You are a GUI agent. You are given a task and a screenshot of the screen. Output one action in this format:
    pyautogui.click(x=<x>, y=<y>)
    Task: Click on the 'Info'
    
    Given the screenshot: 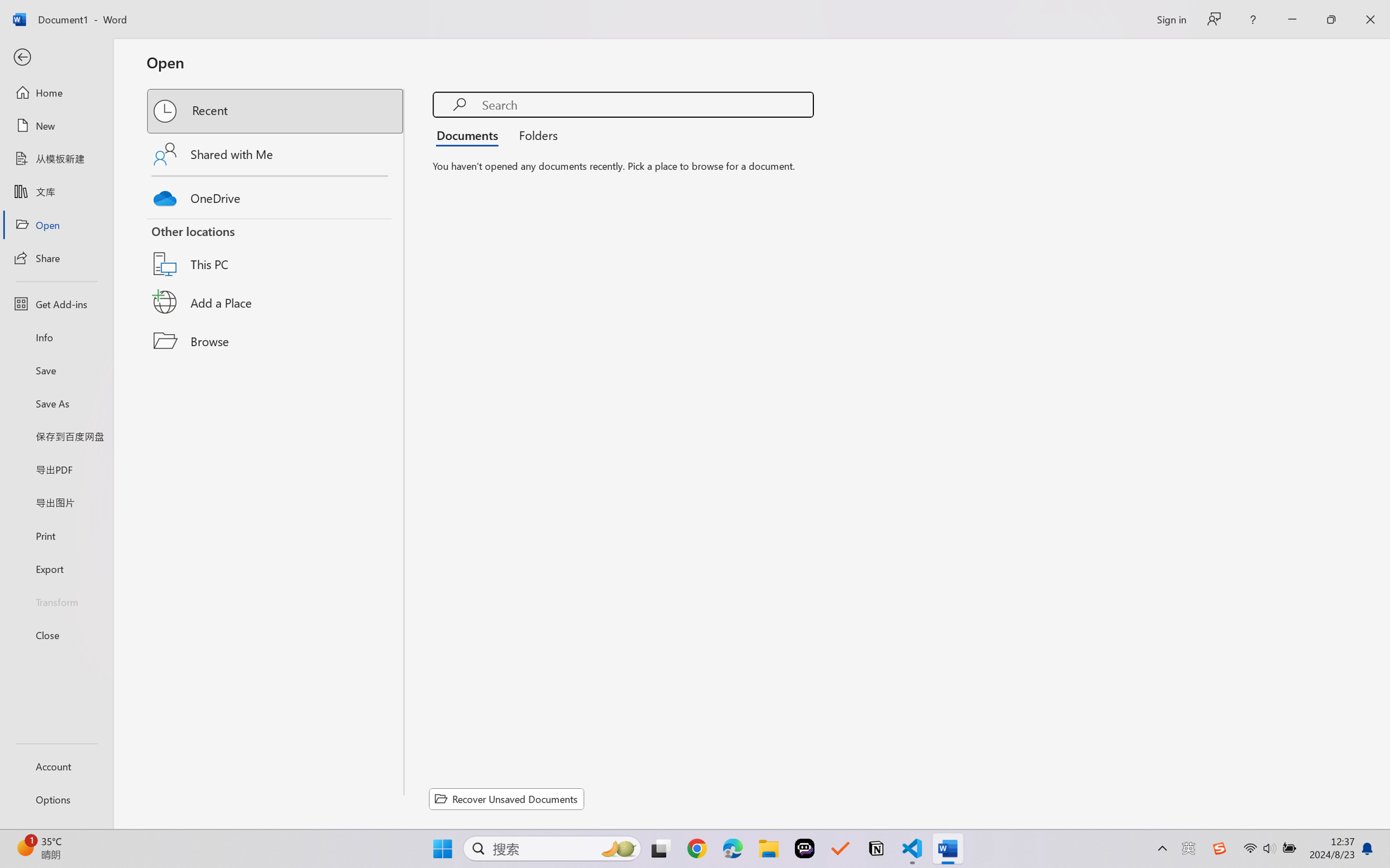 What is the action you would take?
    pyautogui.click(x=56, y=336)
    